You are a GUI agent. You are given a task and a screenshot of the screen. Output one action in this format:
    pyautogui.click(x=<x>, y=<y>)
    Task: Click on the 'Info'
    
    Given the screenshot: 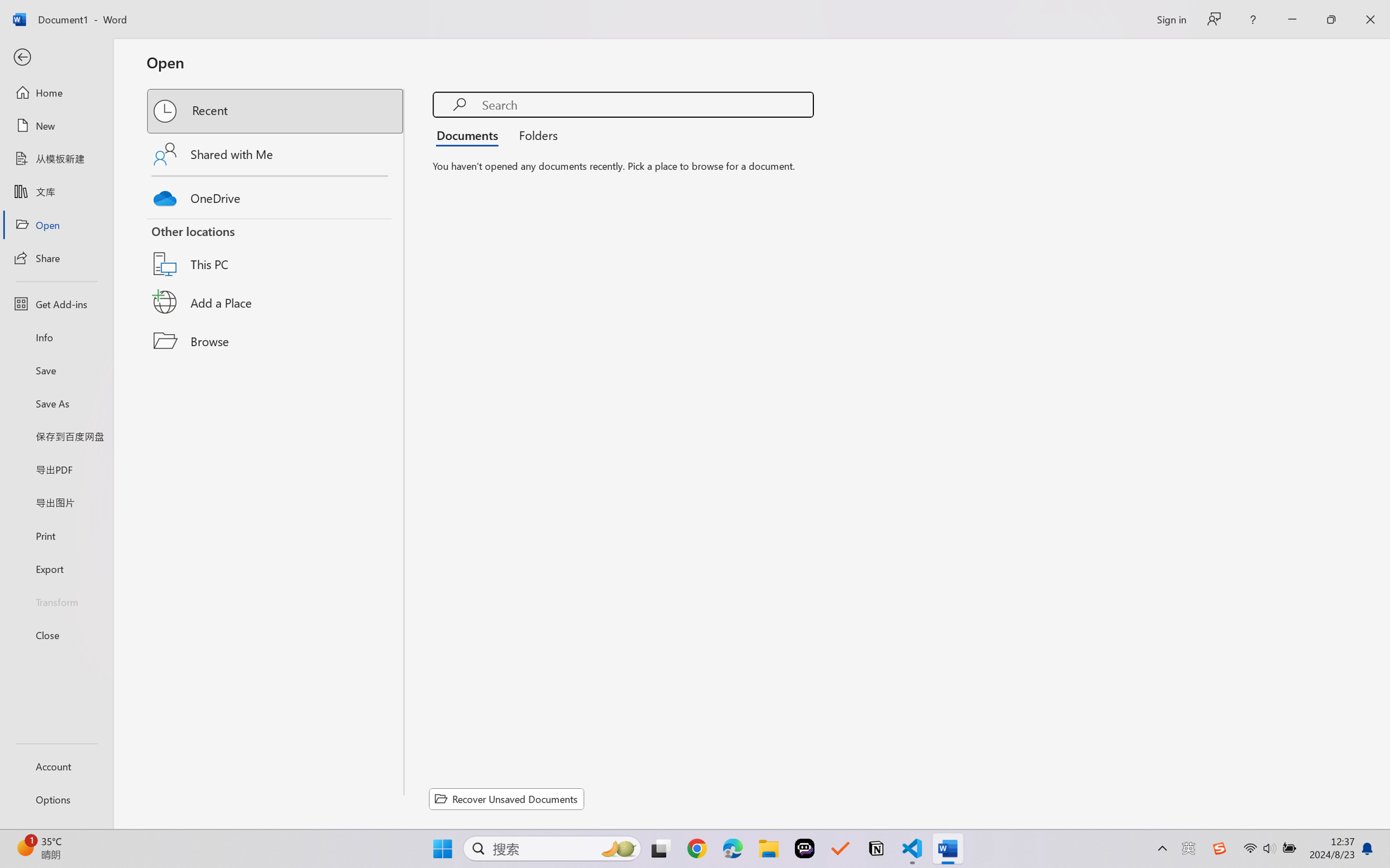 What is the action you would take?
    pyautogui.click(x=56, y=336)
    